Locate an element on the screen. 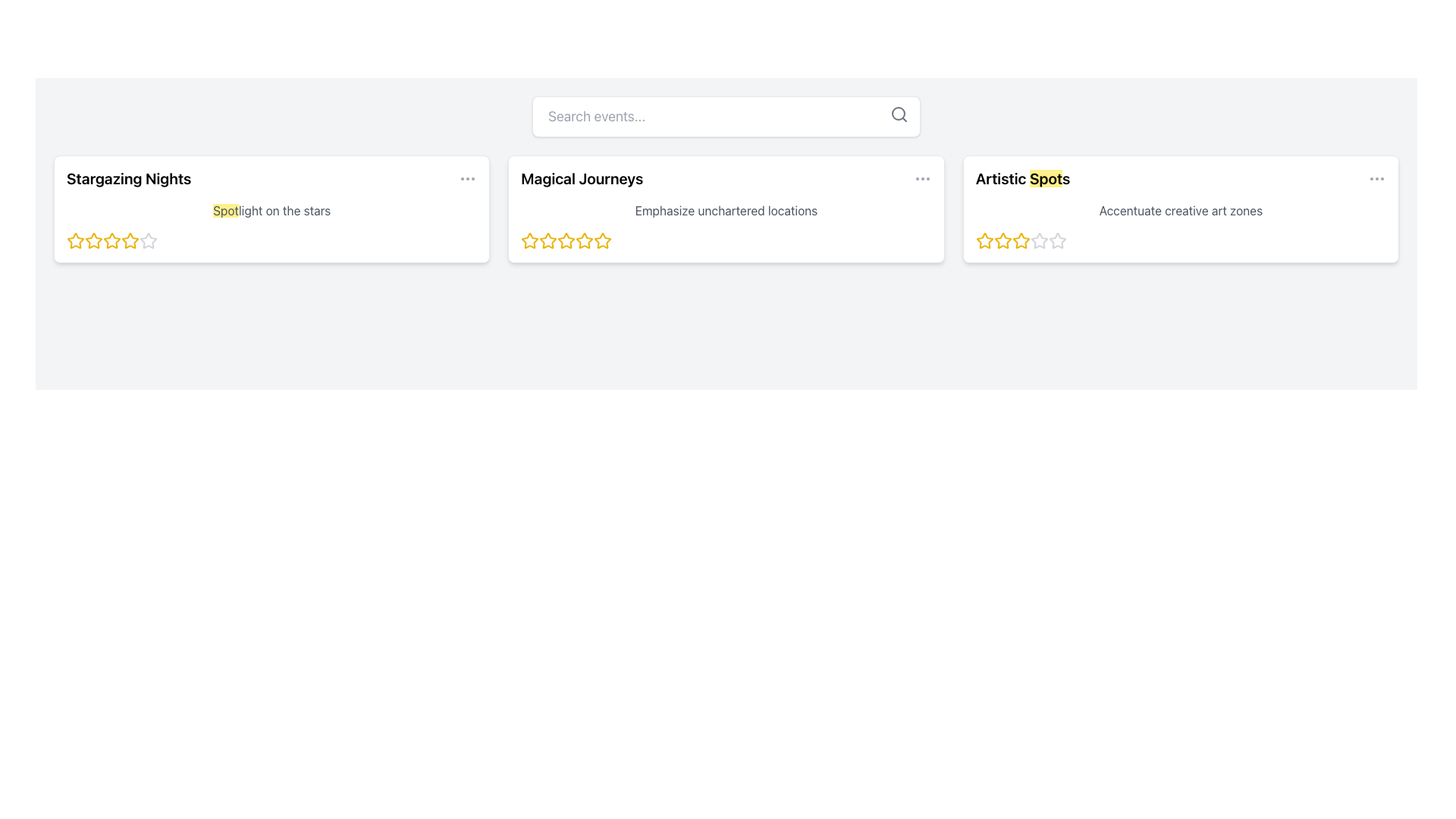  the card titled 'Magical Journeys', which is the second card in a layout of three cards, featuring a bold title, a subtitle, and a rating of five yellow stars is located at coordinates (726, 209).